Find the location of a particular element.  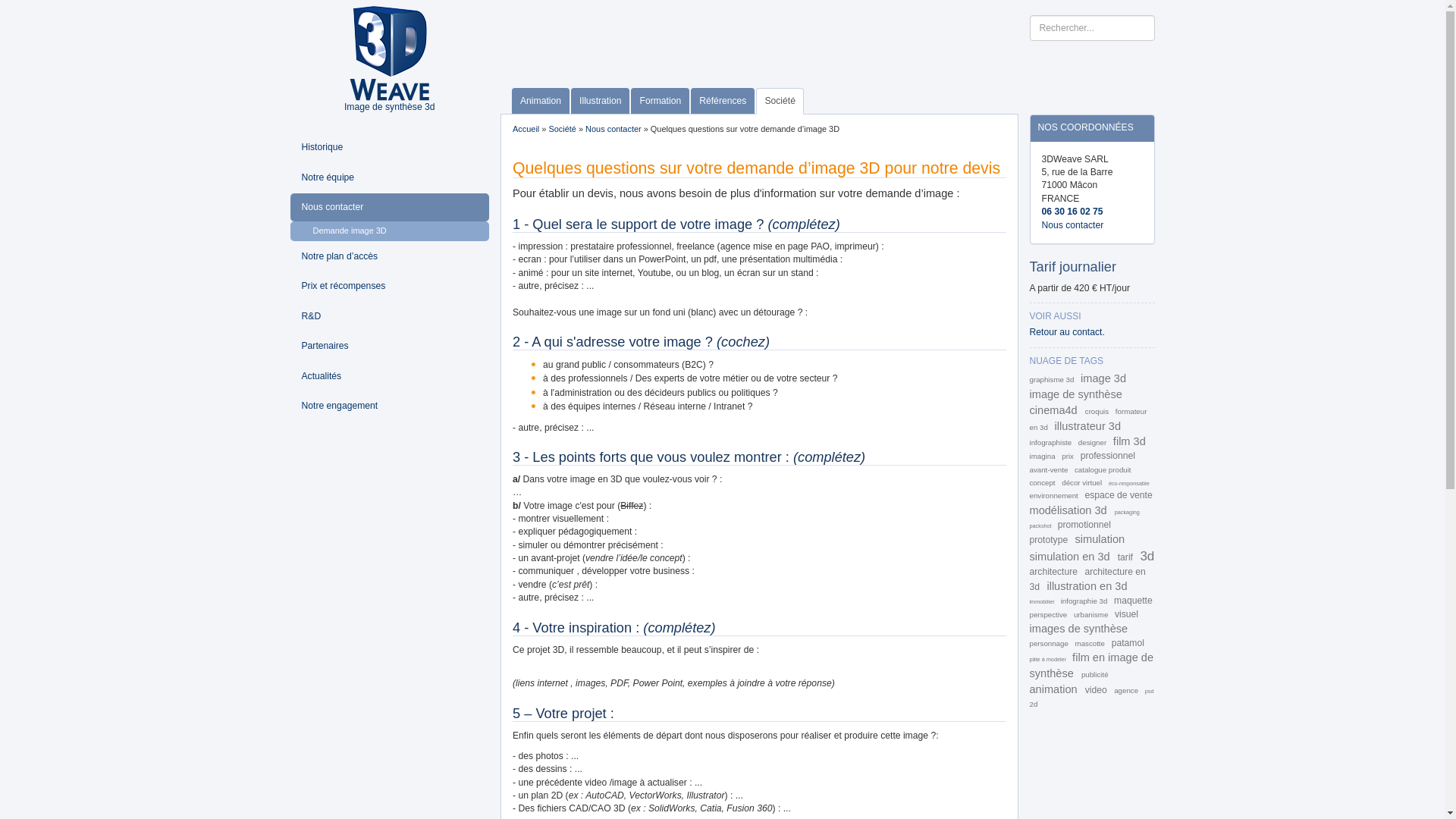

'image 3d' is located at coordinates (1103, 377).